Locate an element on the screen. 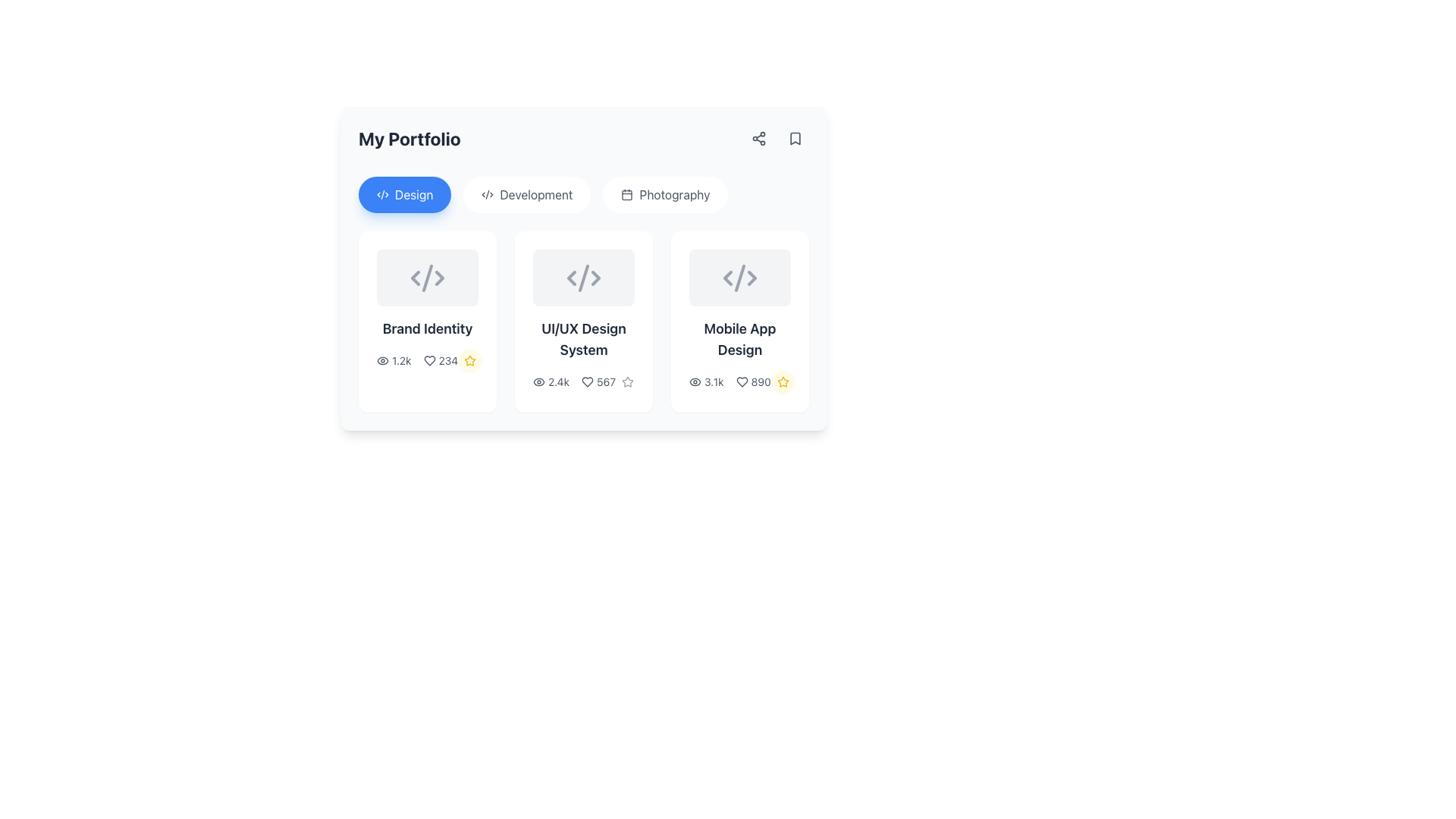  the SVG-based icon located at the top of the third card under 'My Portfolio' titled 'Mobile App Design' is located at coordinates (739, 278).